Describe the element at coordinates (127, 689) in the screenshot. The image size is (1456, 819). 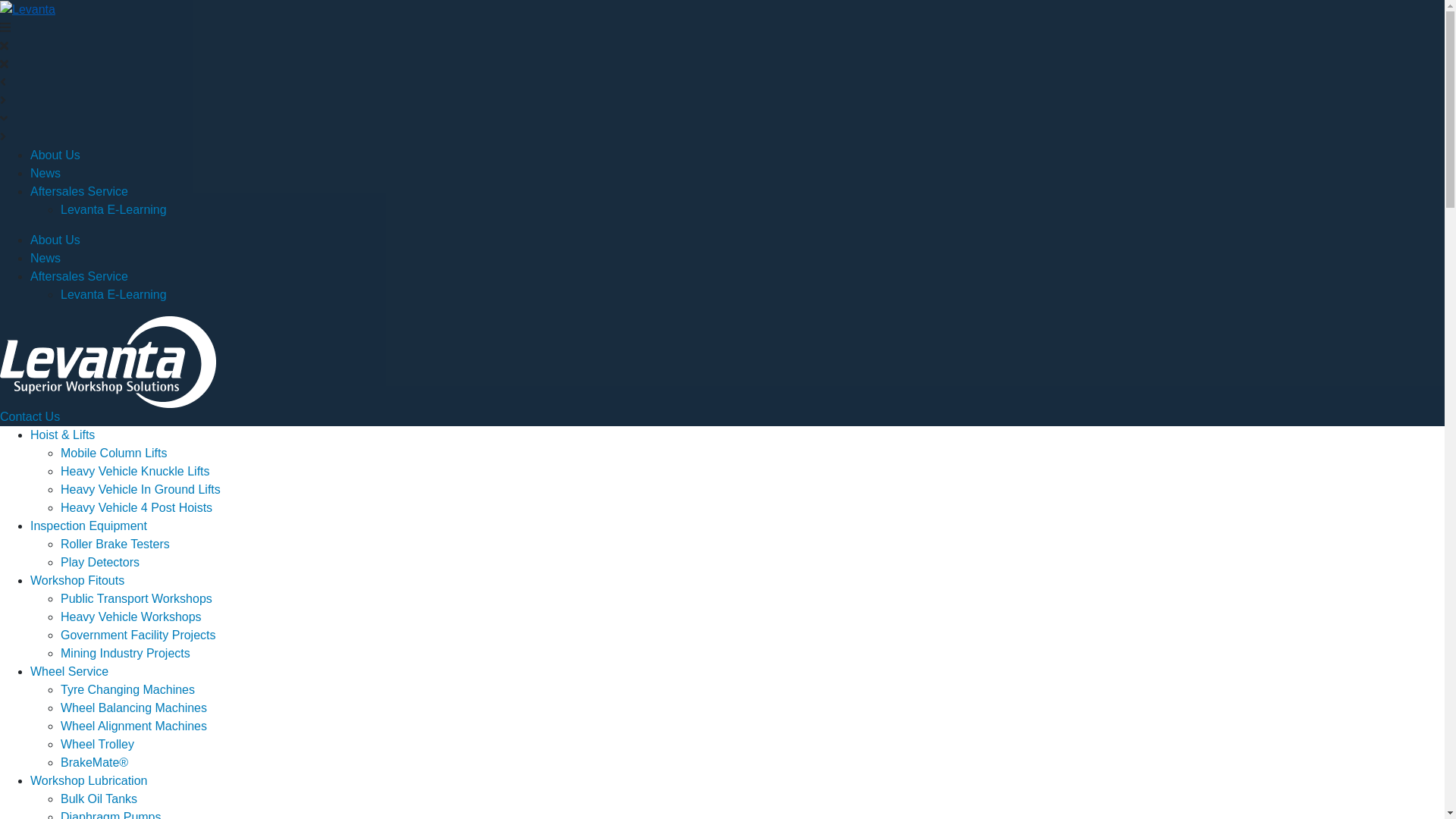
I see `'Tyre Changing Machines'` at that location.